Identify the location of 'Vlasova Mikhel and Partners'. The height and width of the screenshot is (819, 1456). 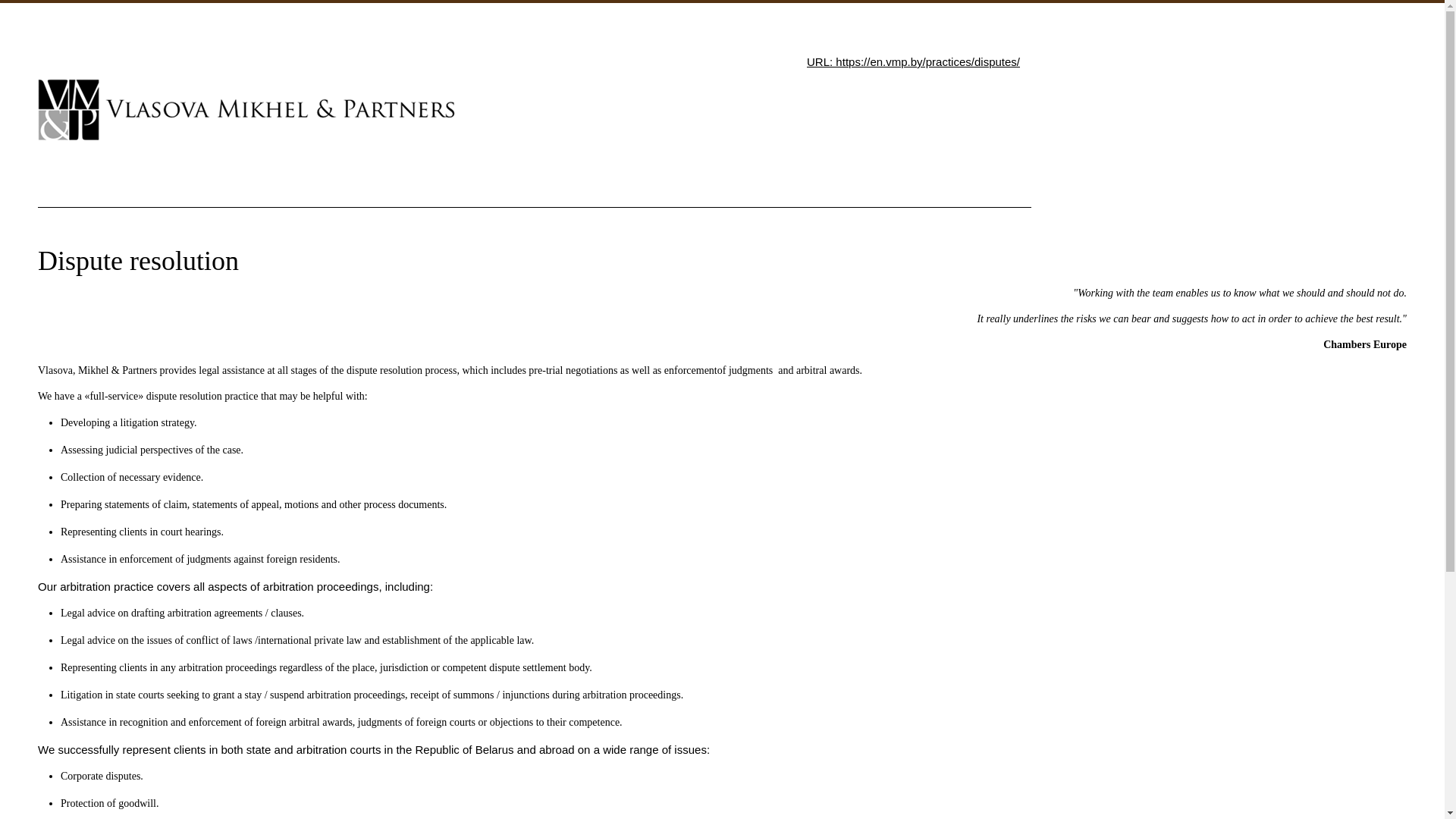
(246, 108).